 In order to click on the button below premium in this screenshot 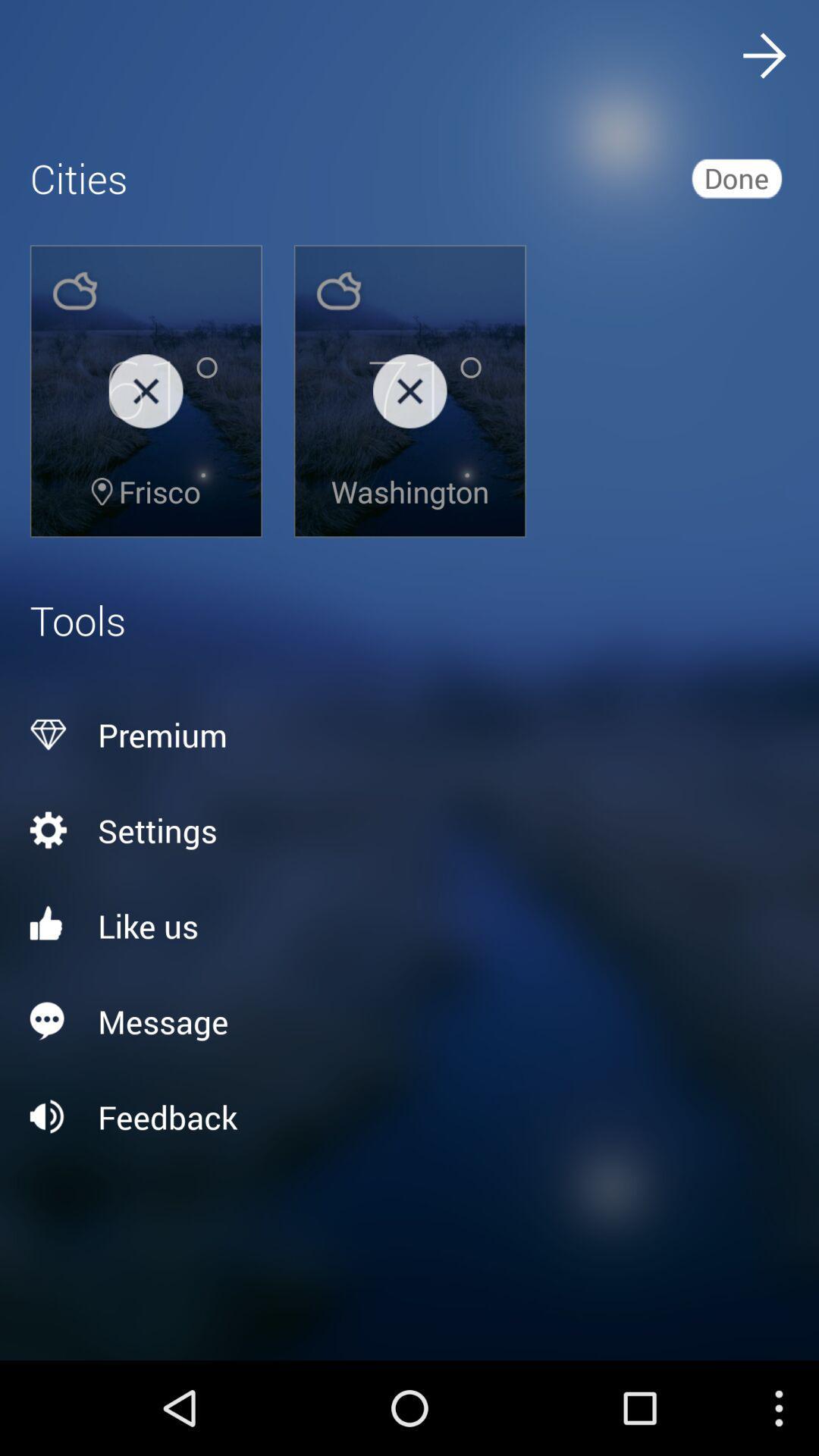, I will do `click(409, 829)`.